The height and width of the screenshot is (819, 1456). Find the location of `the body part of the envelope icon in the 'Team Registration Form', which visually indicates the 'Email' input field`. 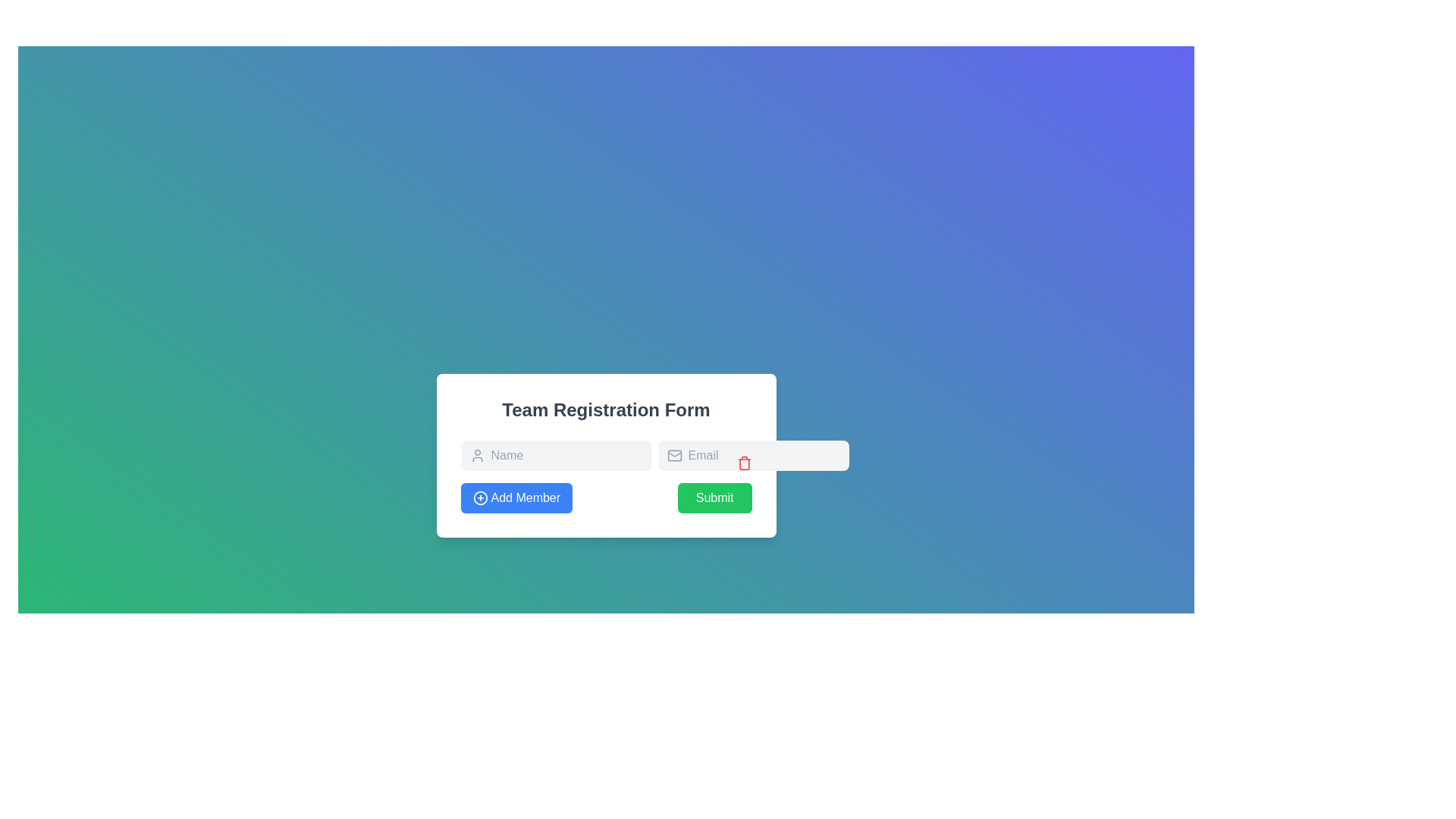

the body part of the envelope icon in the 'Team Registration Form', which visually indicates the 'Email' input field is located at coordinates (673, 455).